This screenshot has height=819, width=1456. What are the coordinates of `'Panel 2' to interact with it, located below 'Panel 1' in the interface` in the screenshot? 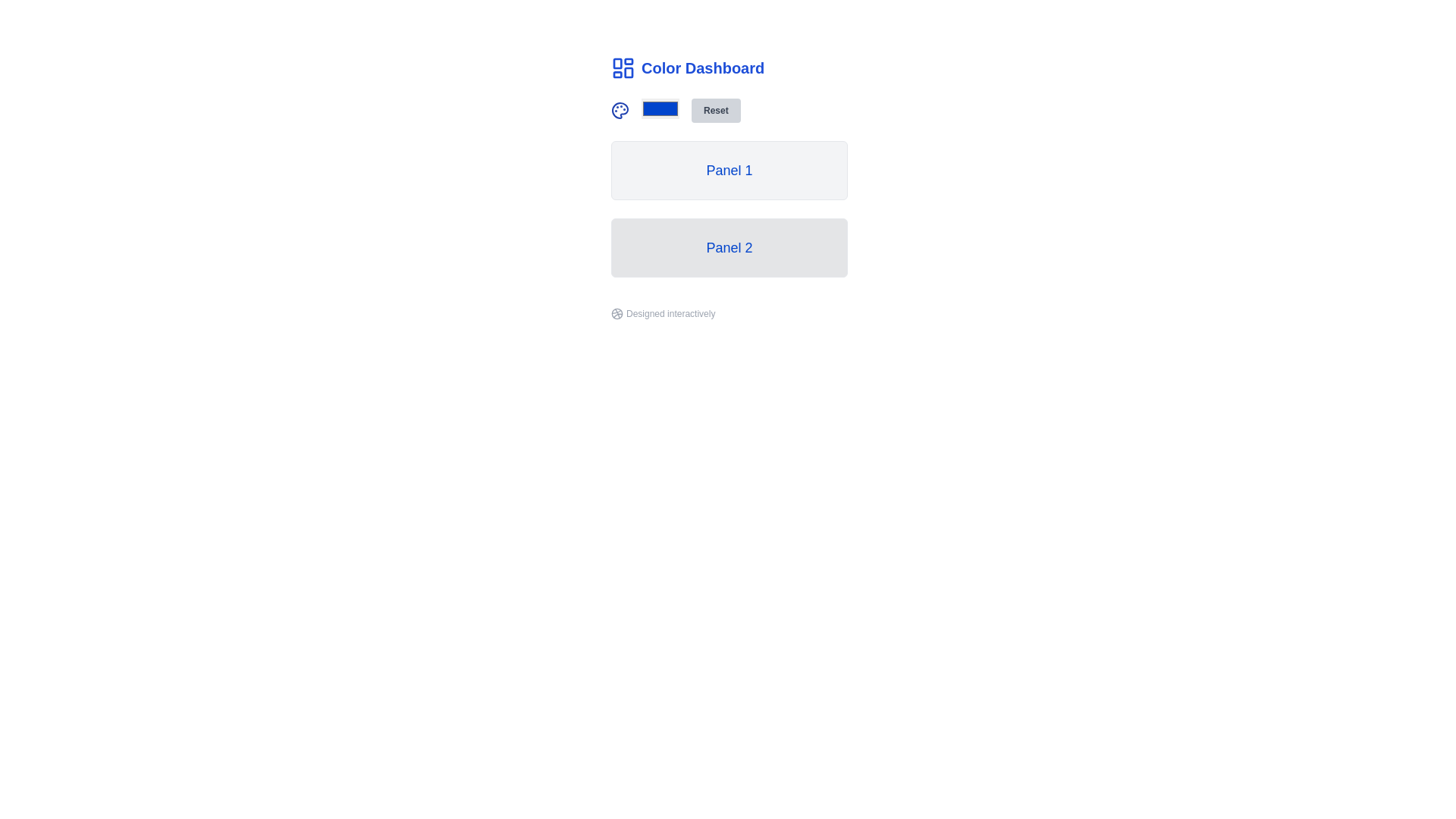 It's located at (729, 247).